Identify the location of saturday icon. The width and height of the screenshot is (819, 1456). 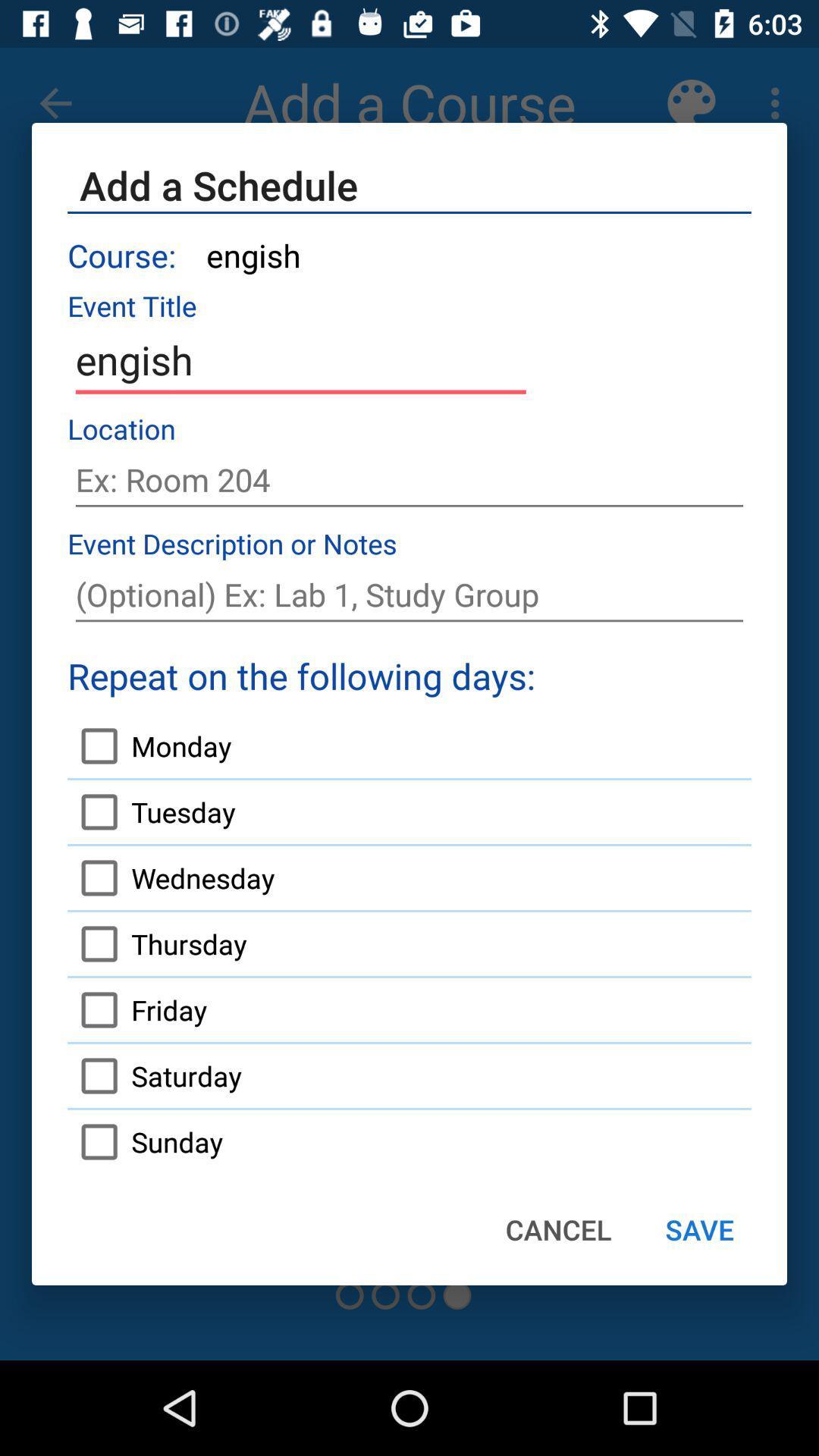
(155, 1075).